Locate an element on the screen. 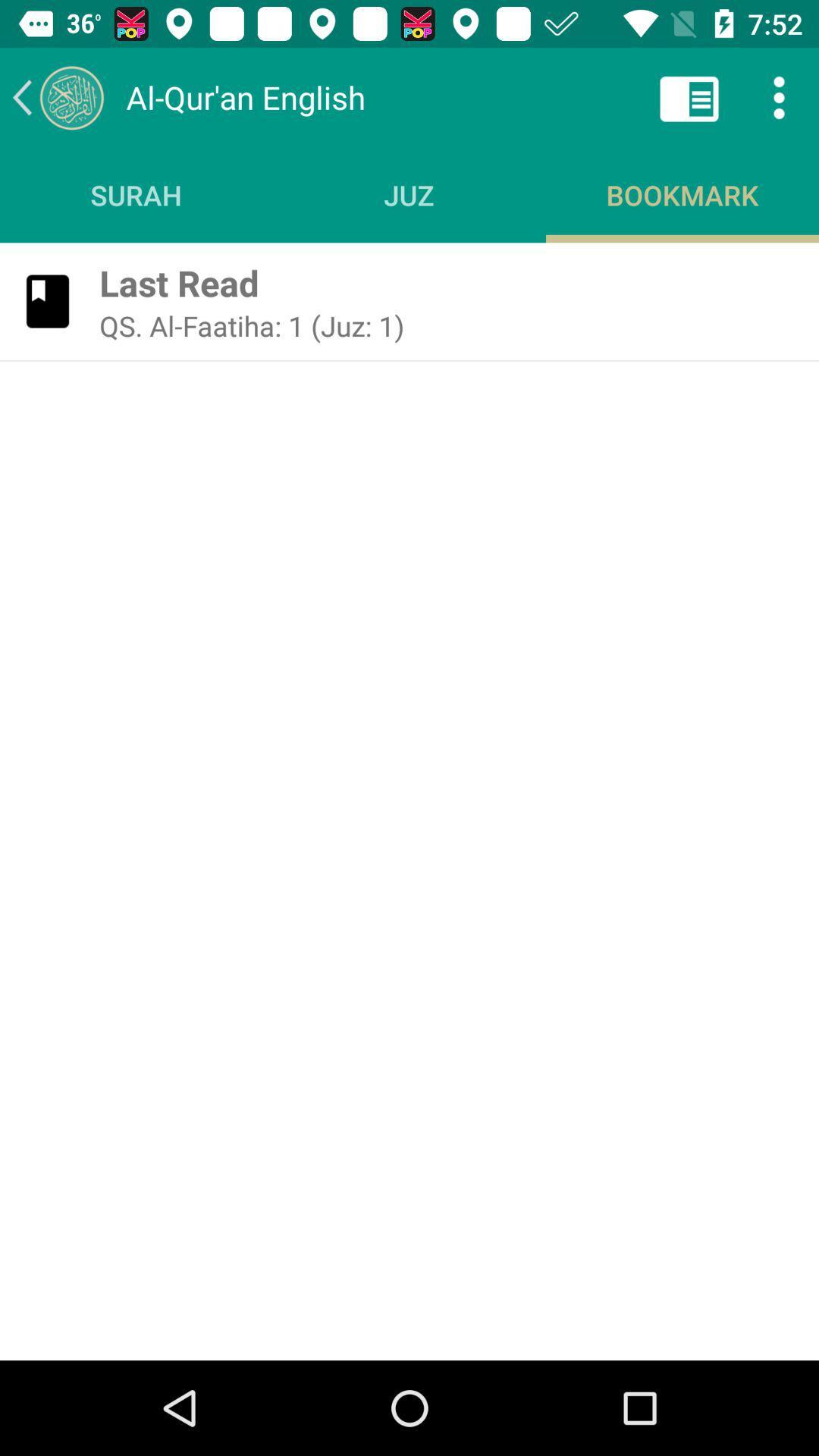 The height and width of the screenshot is (1456, 819). open menu is located at coordinates (779, 96).